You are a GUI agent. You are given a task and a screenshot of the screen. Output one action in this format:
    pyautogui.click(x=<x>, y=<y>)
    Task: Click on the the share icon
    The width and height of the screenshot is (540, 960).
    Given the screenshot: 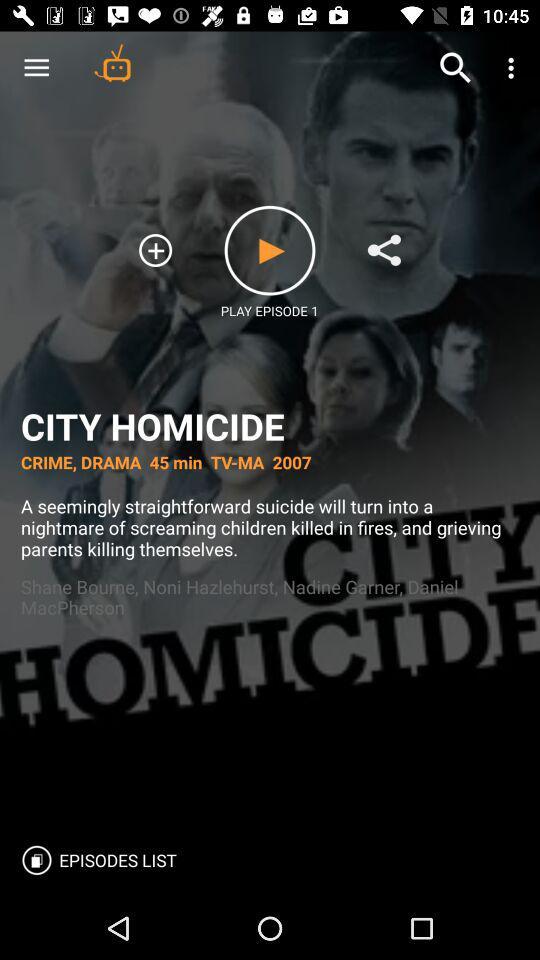 What is the action you would take?
    pyautogui.click(x=384, y=249)
    